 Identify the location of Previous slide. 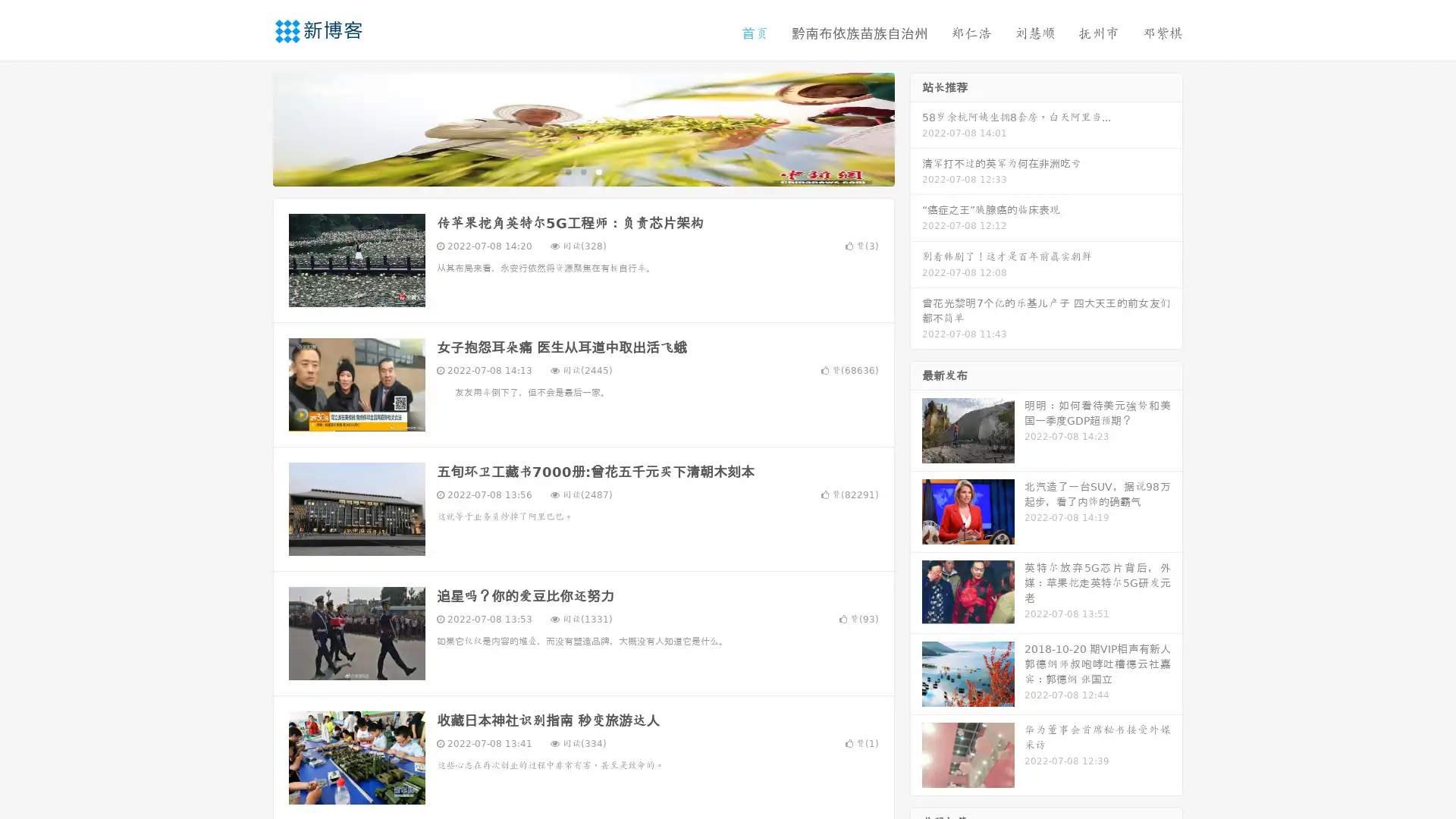
(250, 127).